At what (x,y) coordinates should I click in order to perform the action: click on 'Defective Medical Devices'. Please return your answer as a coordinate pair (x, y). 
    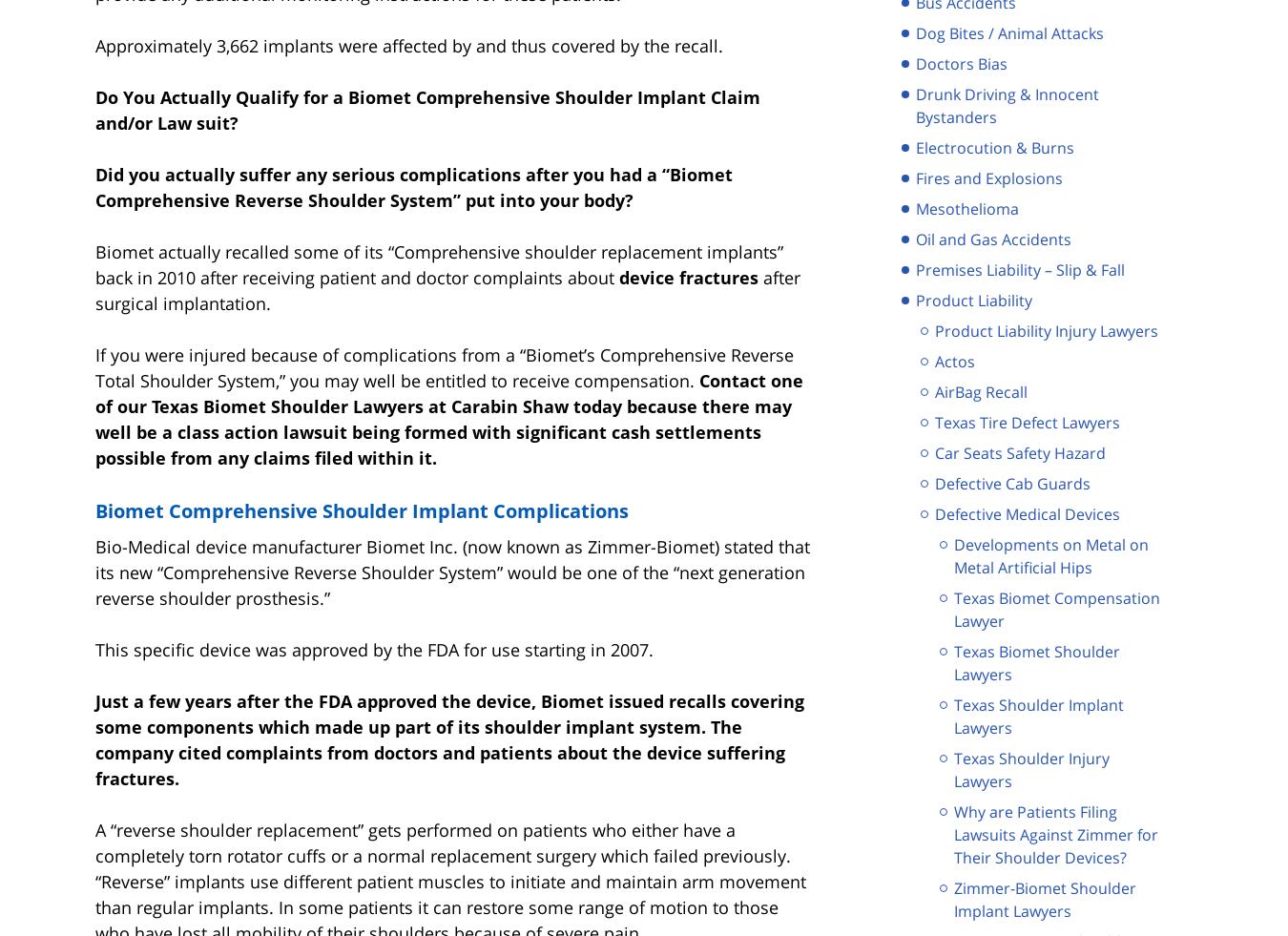
    Looking at the image, I should click on (933, 512).